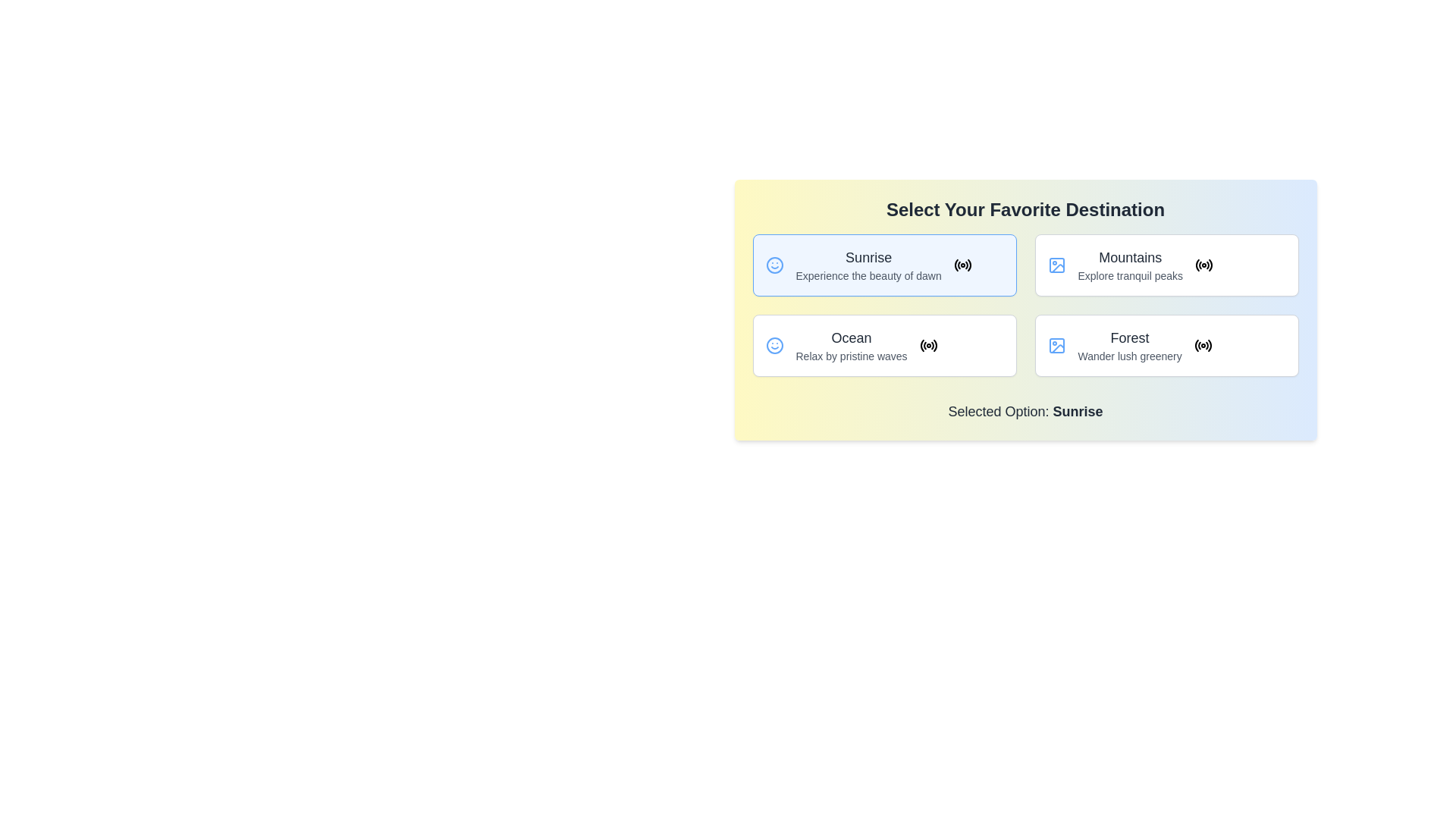 The width and height of the screenshot is (1456, 819). Describe the element at coordinates (868, 265) in the screenshot. I see `the descriptive text element titled 'Sunrise', located in the upper-left quadrant of the interface, directly above the 'Ocean' option and adjacent to the 'Mountains' option` at that location.